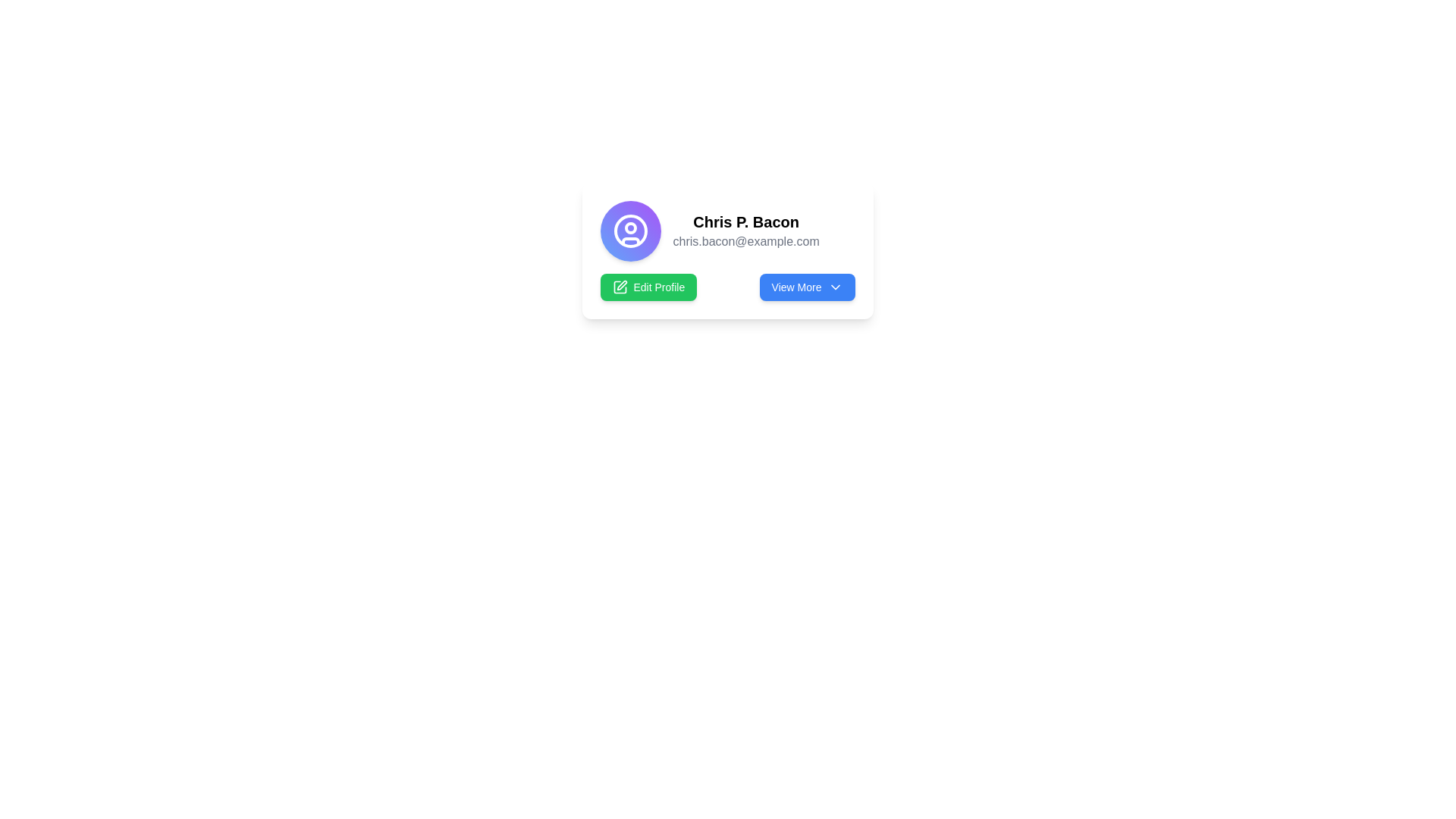 The width and height of the screenshot is (1456, 819). I want to click on the text block displaying 'Chris P. Bacon' and 'chris.bacon@example.com', which is located to the right of a circular profile icon and above the 'Edit Profile' and 'View More' buttons, so click(746, 231).